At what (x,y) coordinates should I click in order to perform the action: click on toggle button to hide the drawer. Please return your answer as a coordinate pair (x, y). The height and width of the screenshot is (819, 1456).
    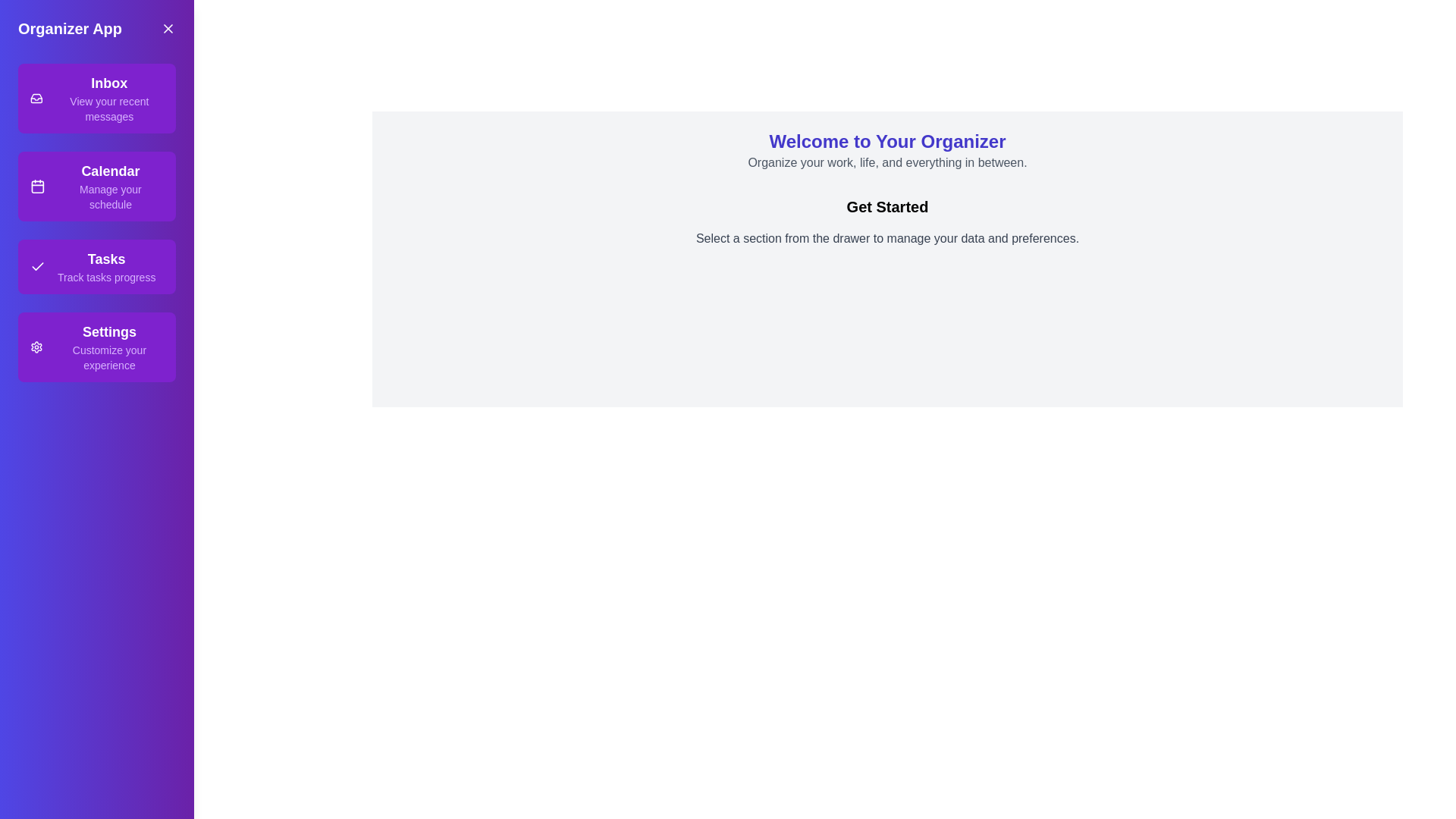
    Looking at the image, I should click on (168, 29).